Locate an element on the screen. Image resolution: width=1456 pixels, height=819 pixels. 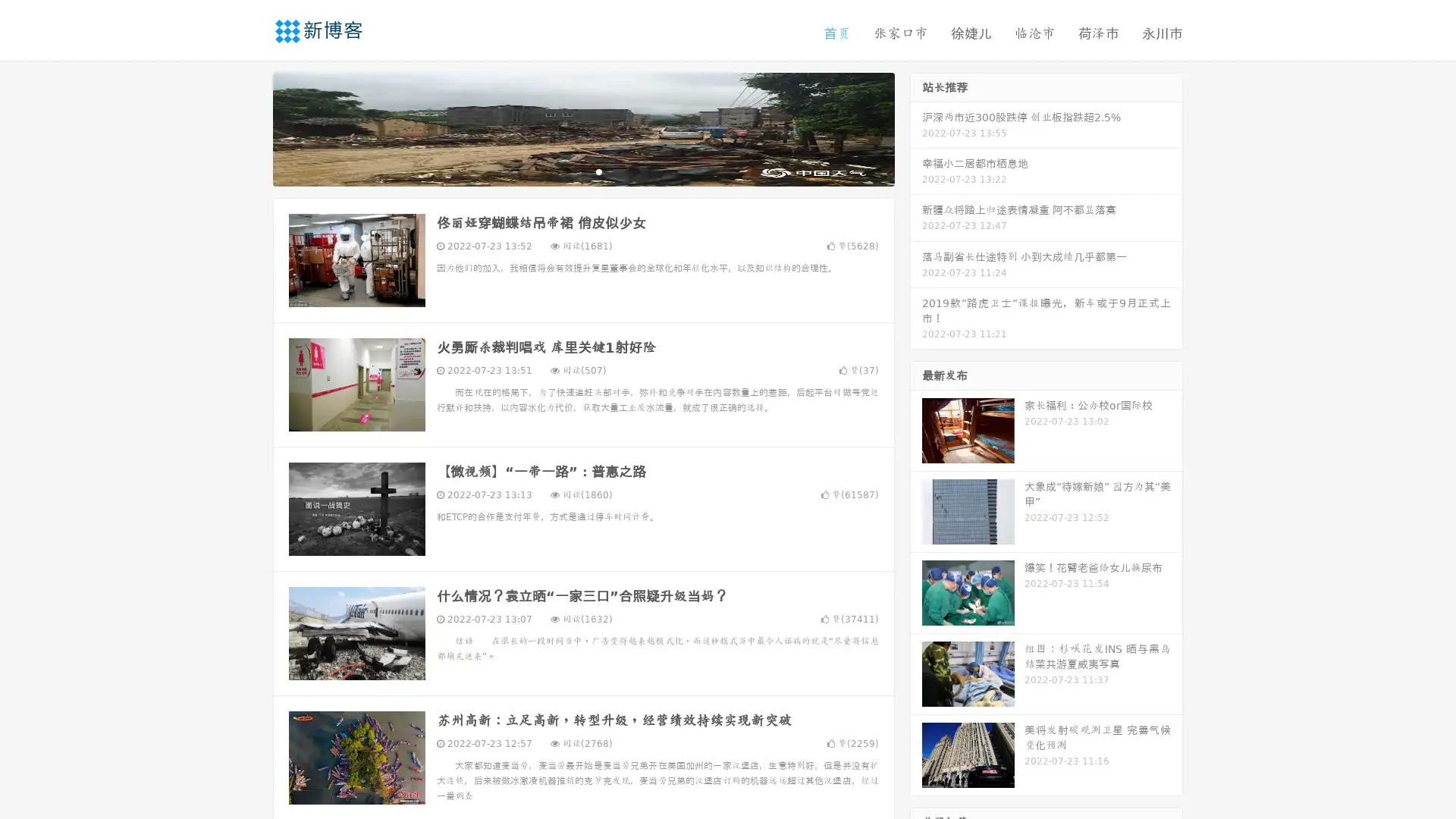
Go to slide 2 is located at coordinates (582, 171).